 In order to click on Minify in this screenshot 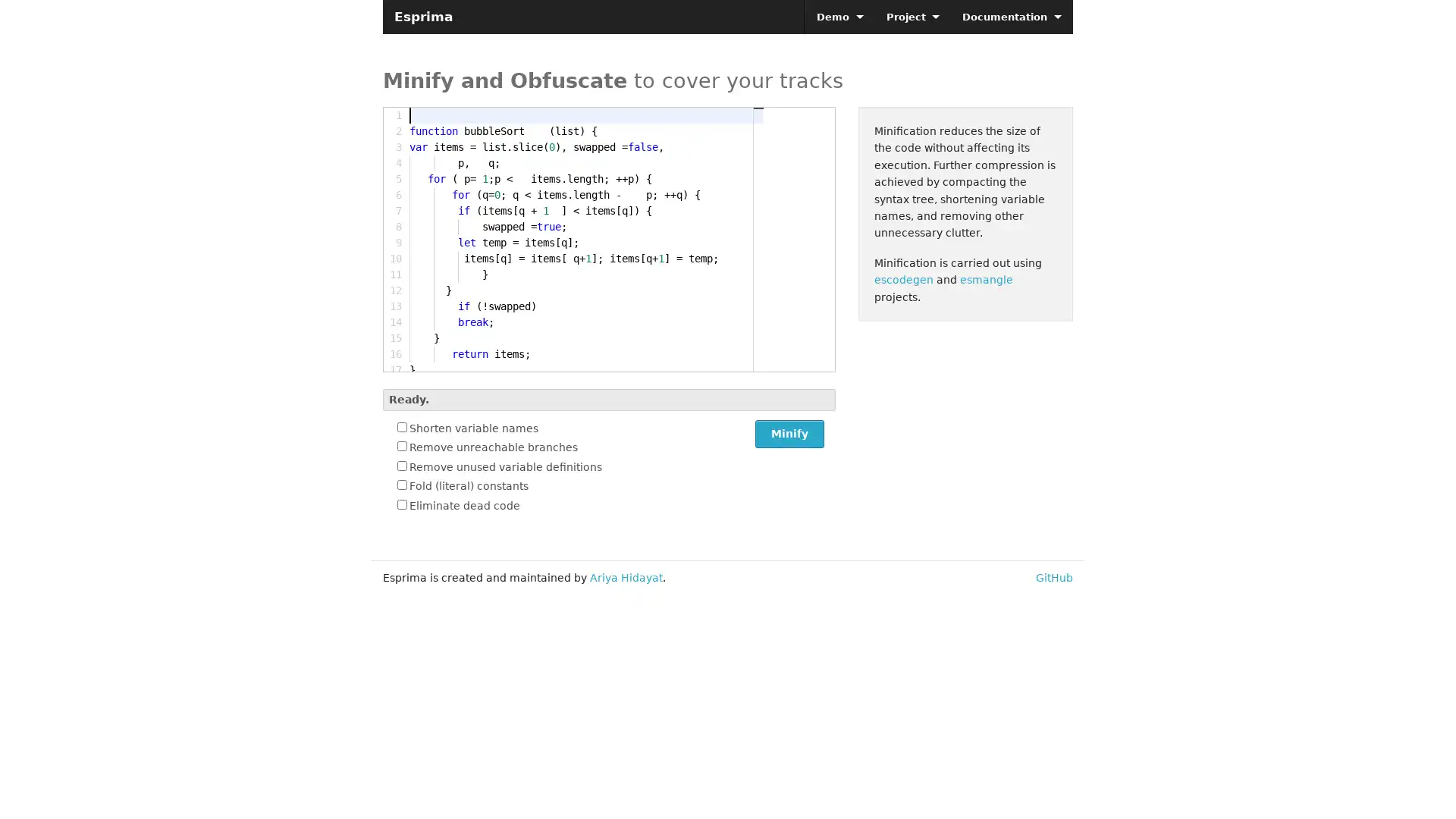, I will do `click(789, 434)`.